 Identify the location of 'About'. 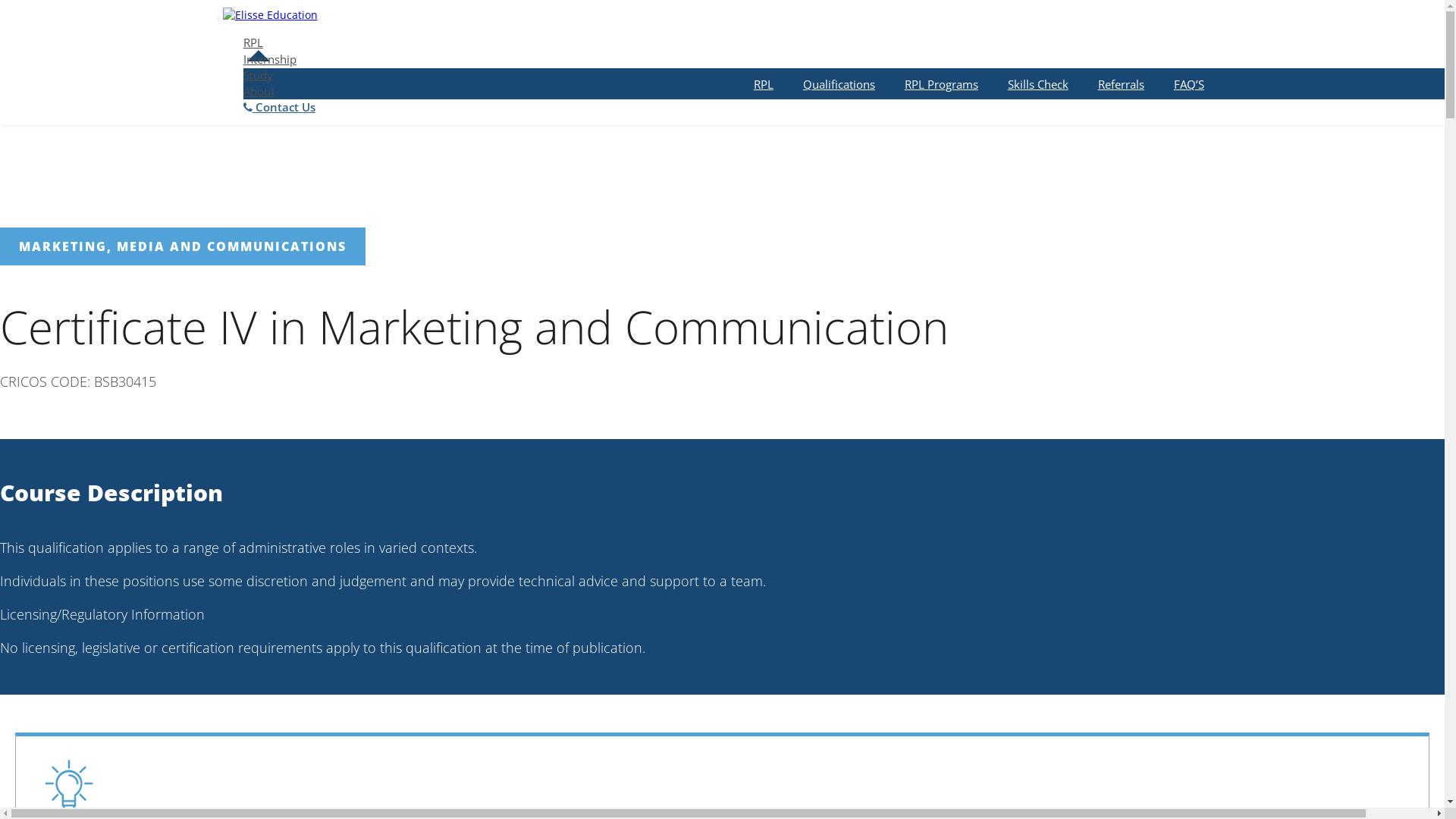
(243, 90).